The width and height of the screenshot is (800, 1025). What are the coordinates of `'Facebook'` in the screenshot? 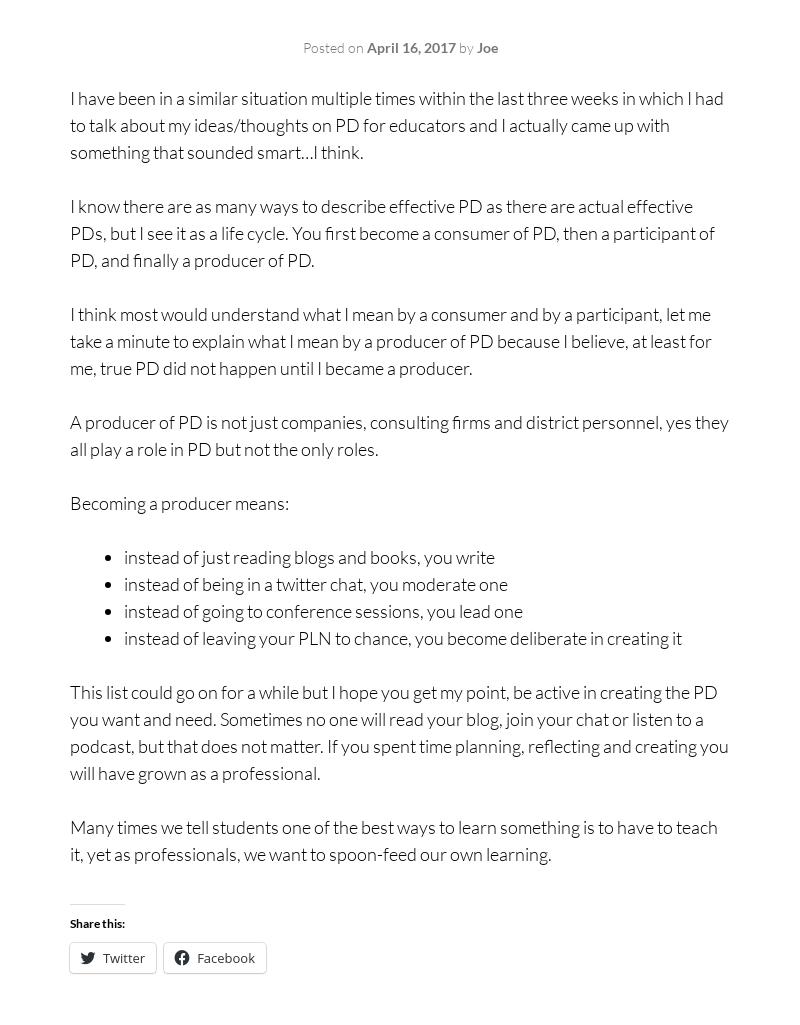 It's located at (225, 957).